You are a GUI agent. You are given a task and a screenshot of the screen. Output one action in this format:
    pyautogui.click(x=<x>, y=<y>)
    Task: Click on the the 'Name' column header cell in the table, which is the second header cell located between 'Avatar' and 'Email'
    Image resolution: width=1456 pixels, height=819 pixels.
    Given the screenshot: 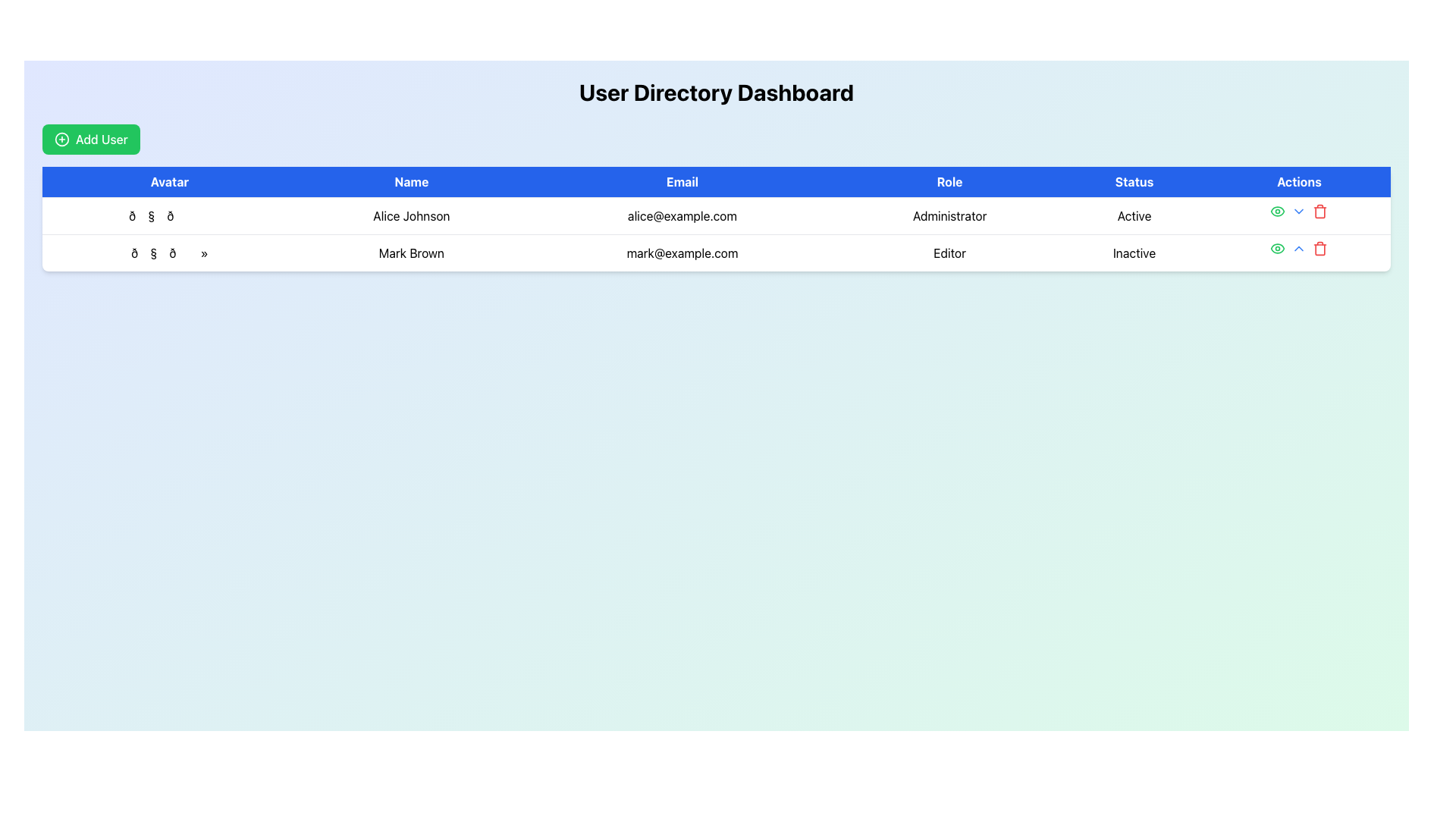 What is the action you would take?
    pyautogui.click(x=411, y=181)
    